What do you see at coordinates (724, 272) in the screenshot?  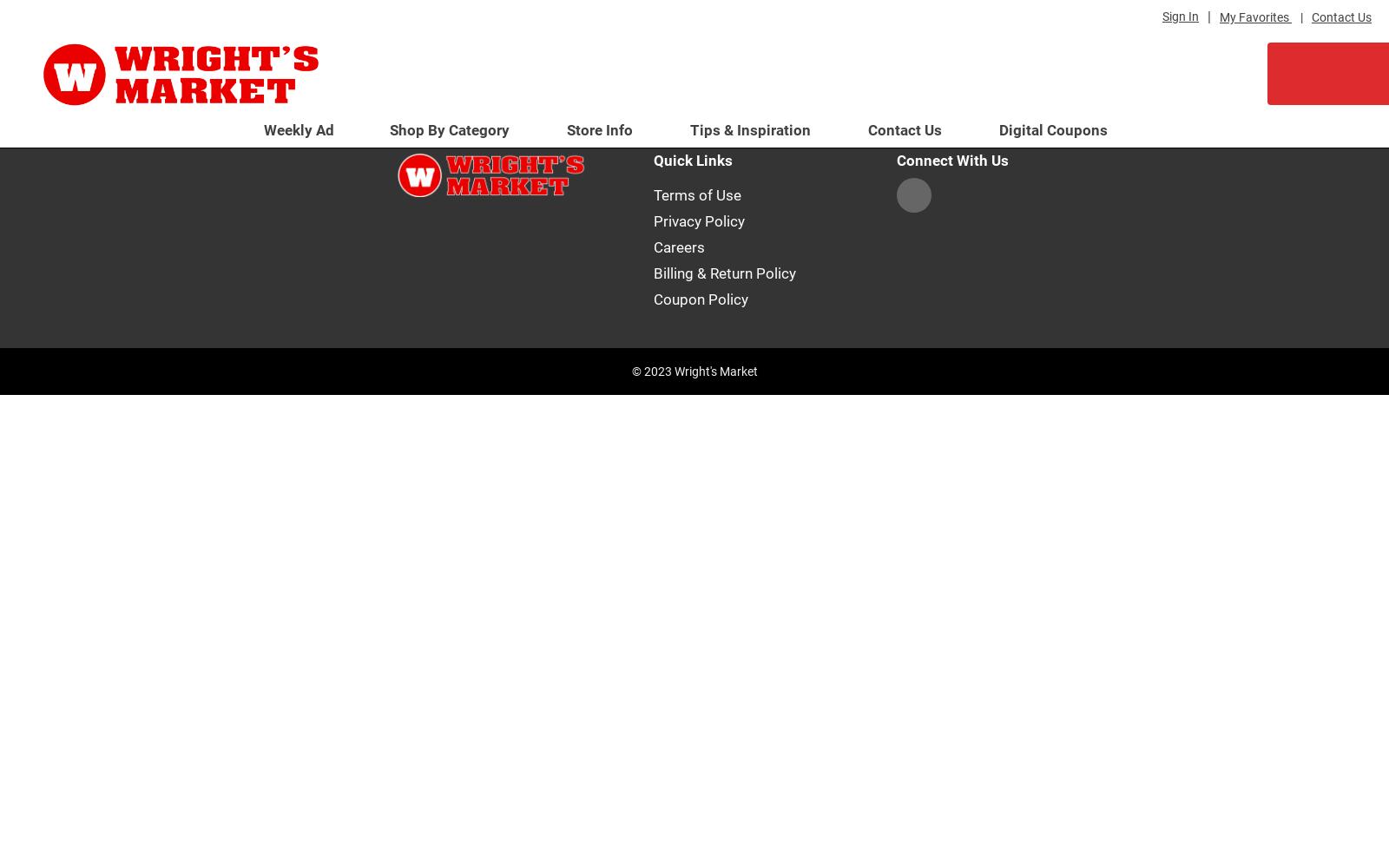 I see `'Billing & Return Policy'` at bounding box center [724, 272].